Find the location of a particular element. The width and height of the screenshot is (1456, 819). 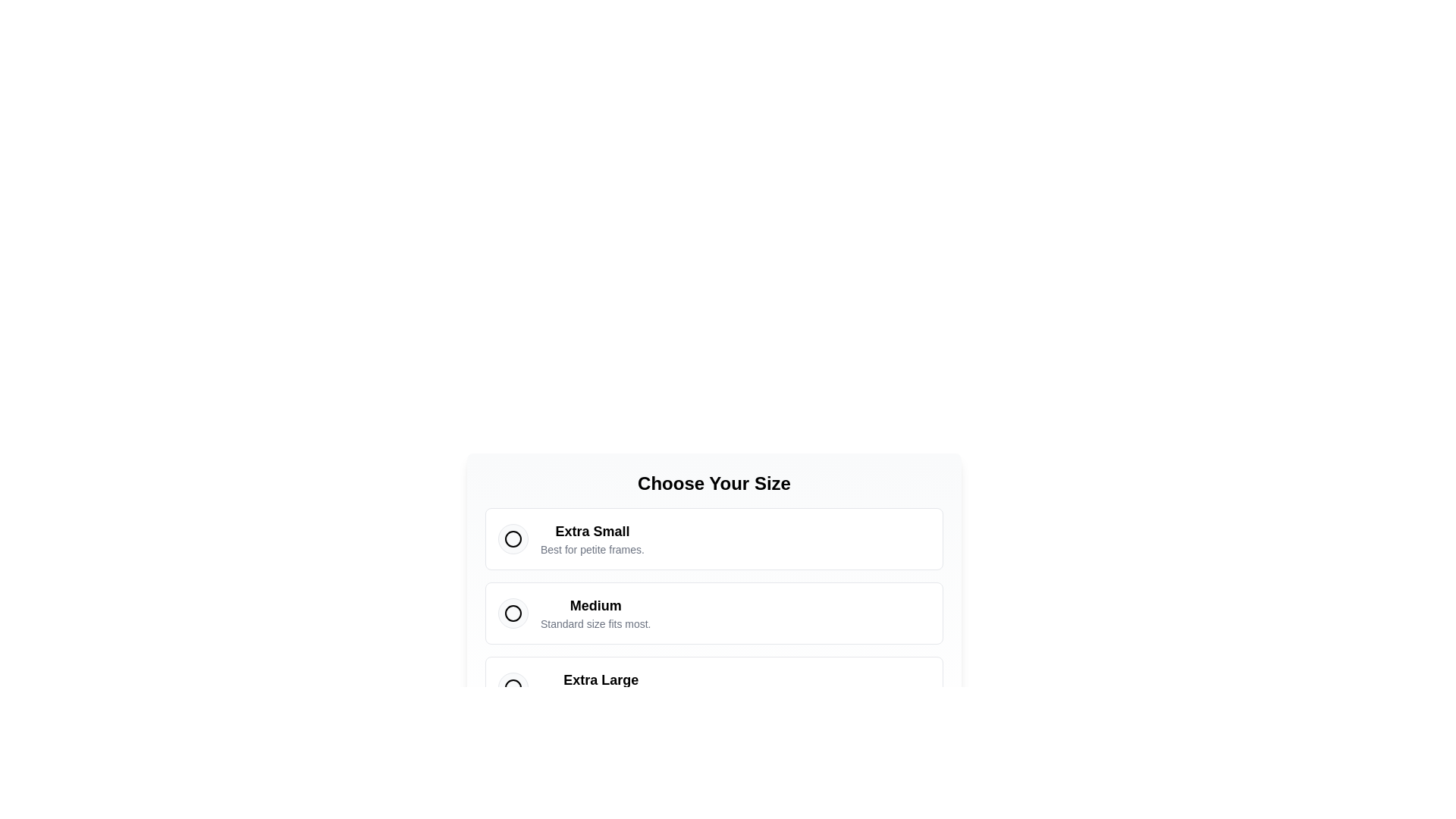

the static text element displaying 'Standard size fits most.' which is located directly below the 'Medium' text in the size options is located at coordinates (595, 623).